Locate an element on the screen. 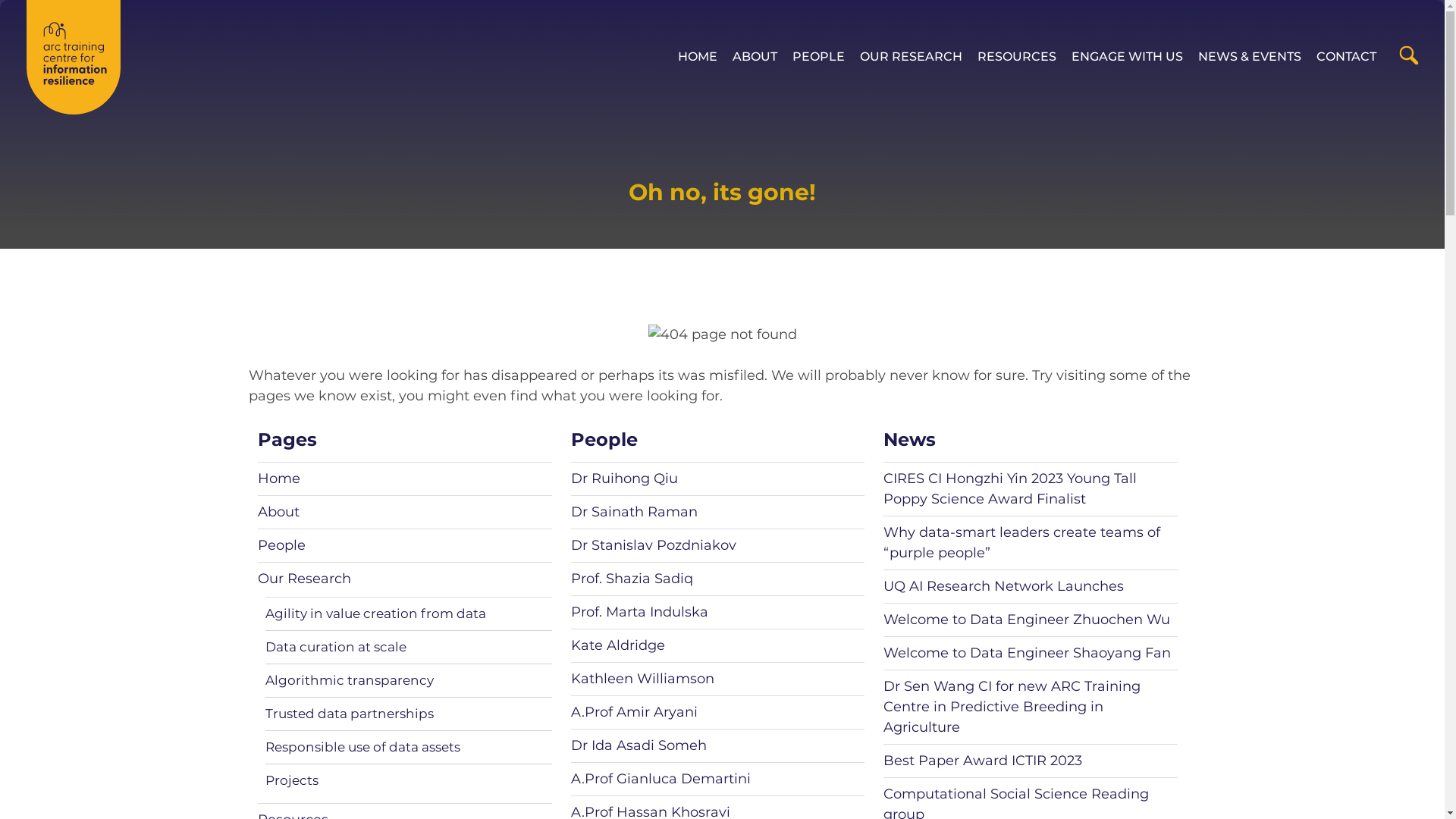 The image size is (1456, 819). 'Dr Sainath Raman' is located at coordinates (633, 512).